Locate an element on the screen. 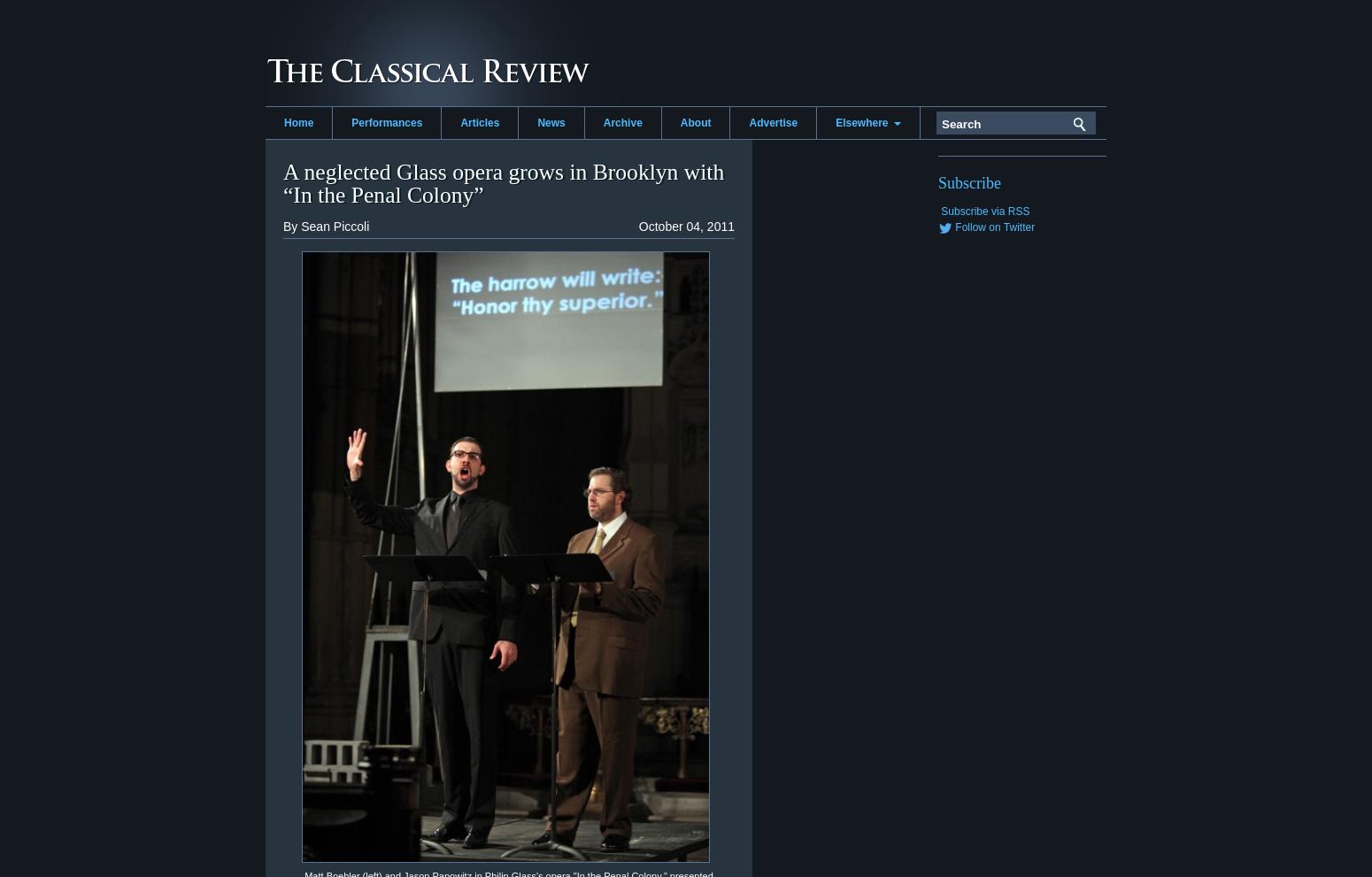 This screenshot has width=1372, height=877. 'Washington Classical Review' is located at coordinates (903, 319).